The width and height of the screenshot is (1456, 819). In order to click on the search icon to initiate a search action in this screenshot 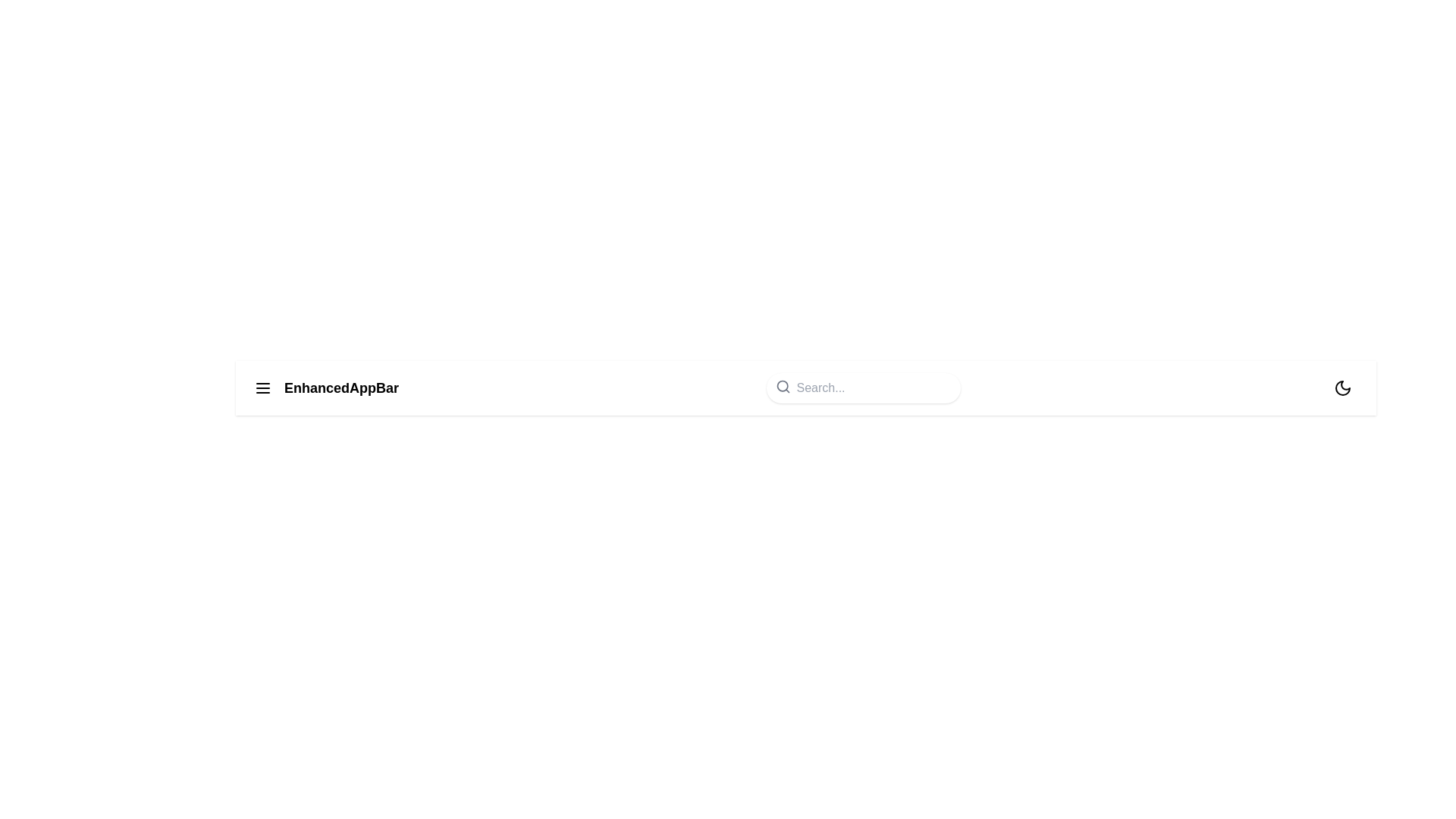, I will do `click(783, 385)`.